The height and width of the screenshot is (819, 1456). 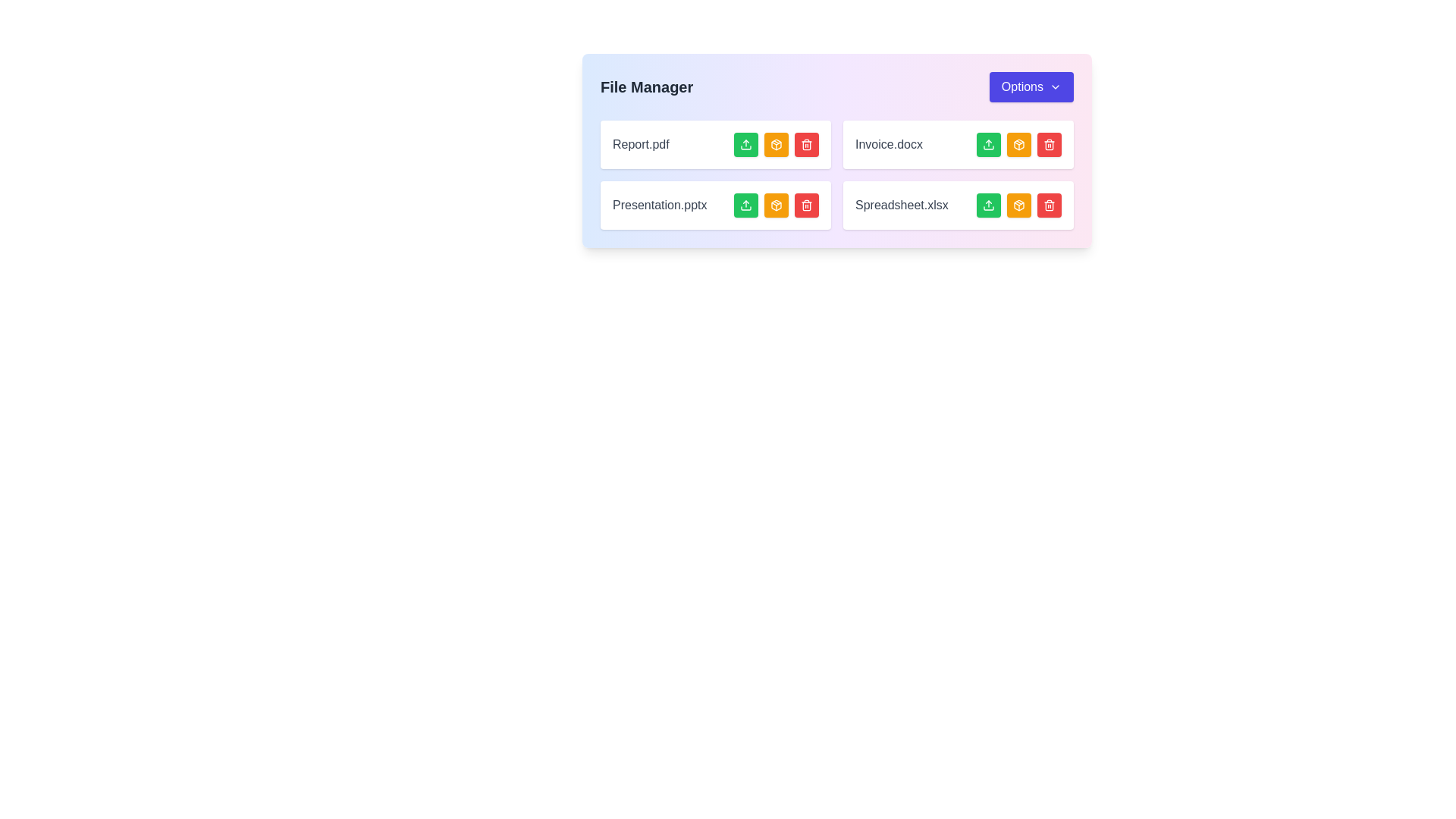 What do you see at coordinates (745, 145) in the screenshot?
I see `the upload button with an SVG icon located in the lower-left section of the file manager interface, which represents 'Presentation.pptx'` at bounding box center [745, 145].